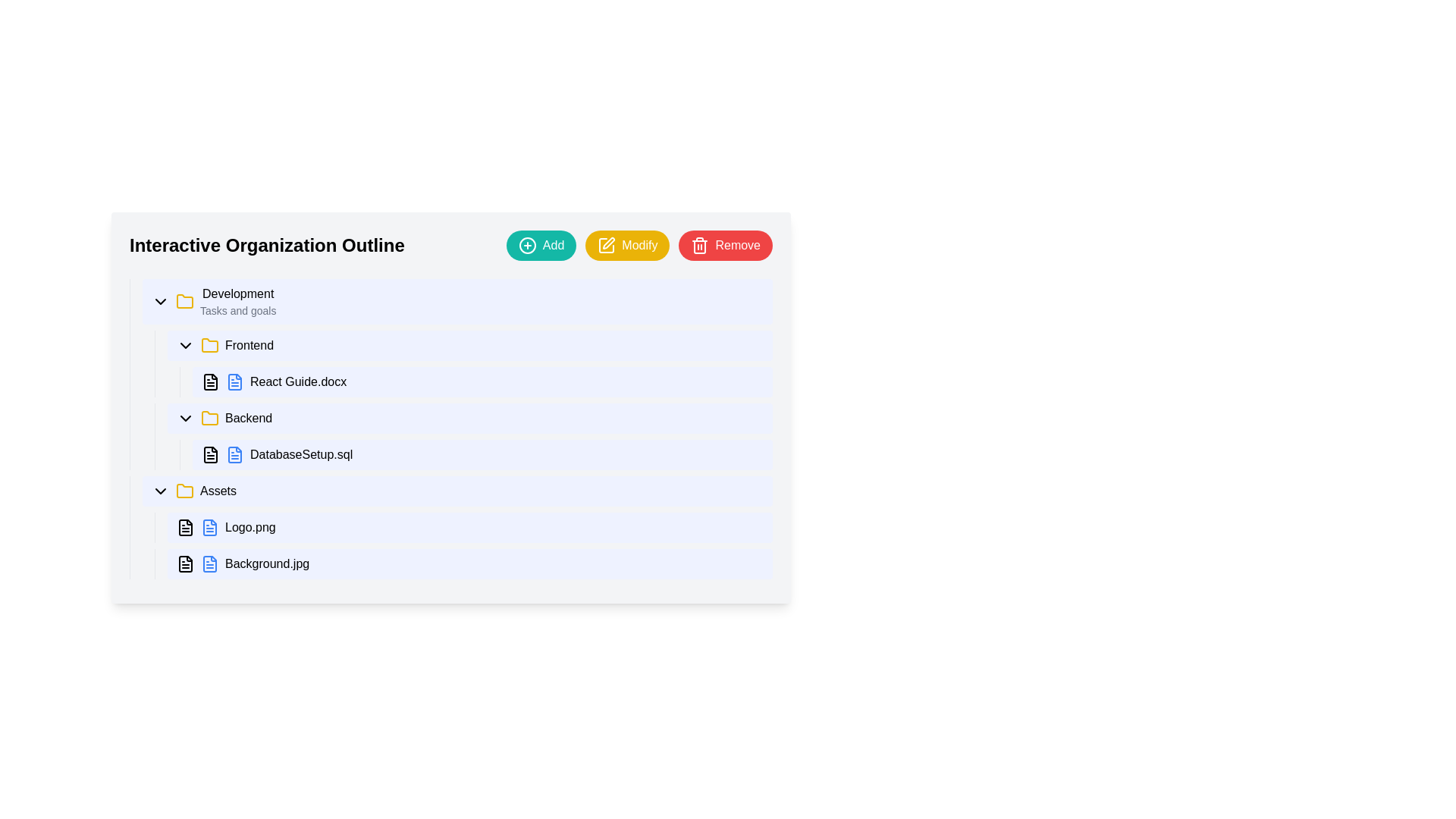 The height and width of the screenshot is (819, 1456). I want to click on attributes of the yellow outlined folder icon located to the left of the 'Development' list item, which is the first folder icon under 'Interactive Organization Outline', so click(184, 301).